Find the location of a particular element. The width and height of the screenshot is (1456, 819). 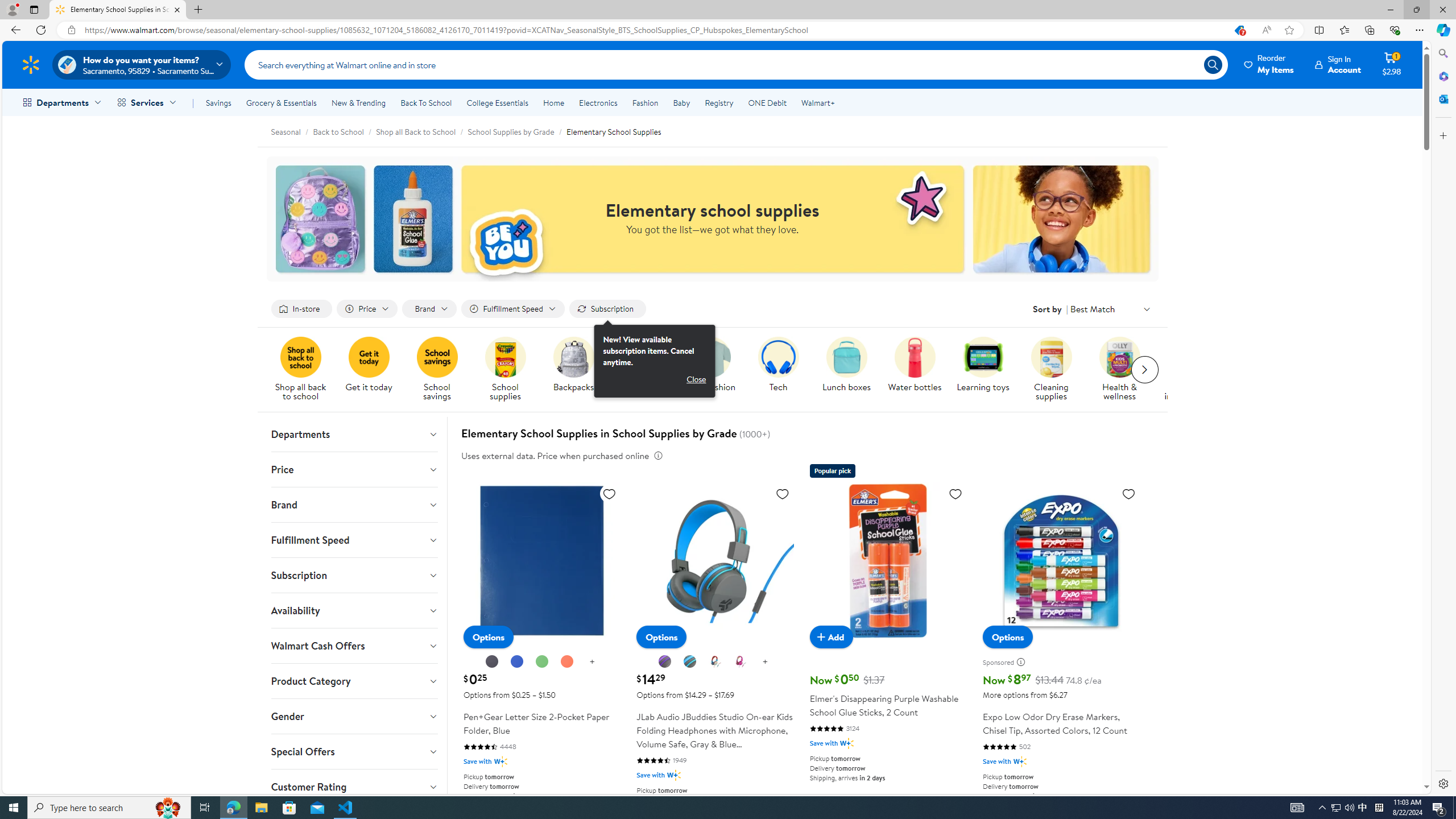

'Grocery & Essentials' is located at coordinates (280, 102).